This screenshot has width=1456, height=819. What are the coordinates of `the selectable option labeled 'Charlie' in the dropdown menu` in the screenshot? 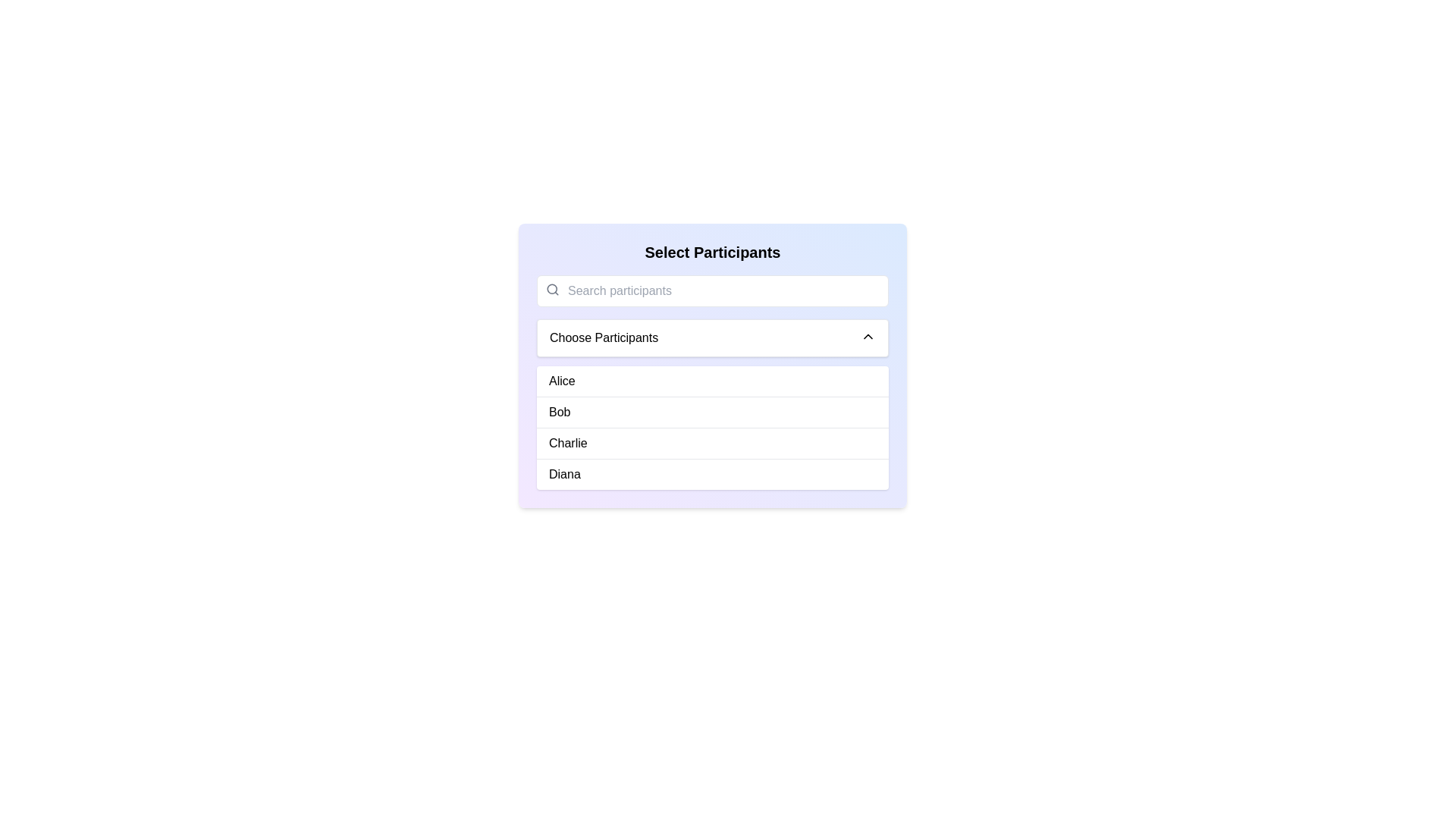 It's located at (712, 443).